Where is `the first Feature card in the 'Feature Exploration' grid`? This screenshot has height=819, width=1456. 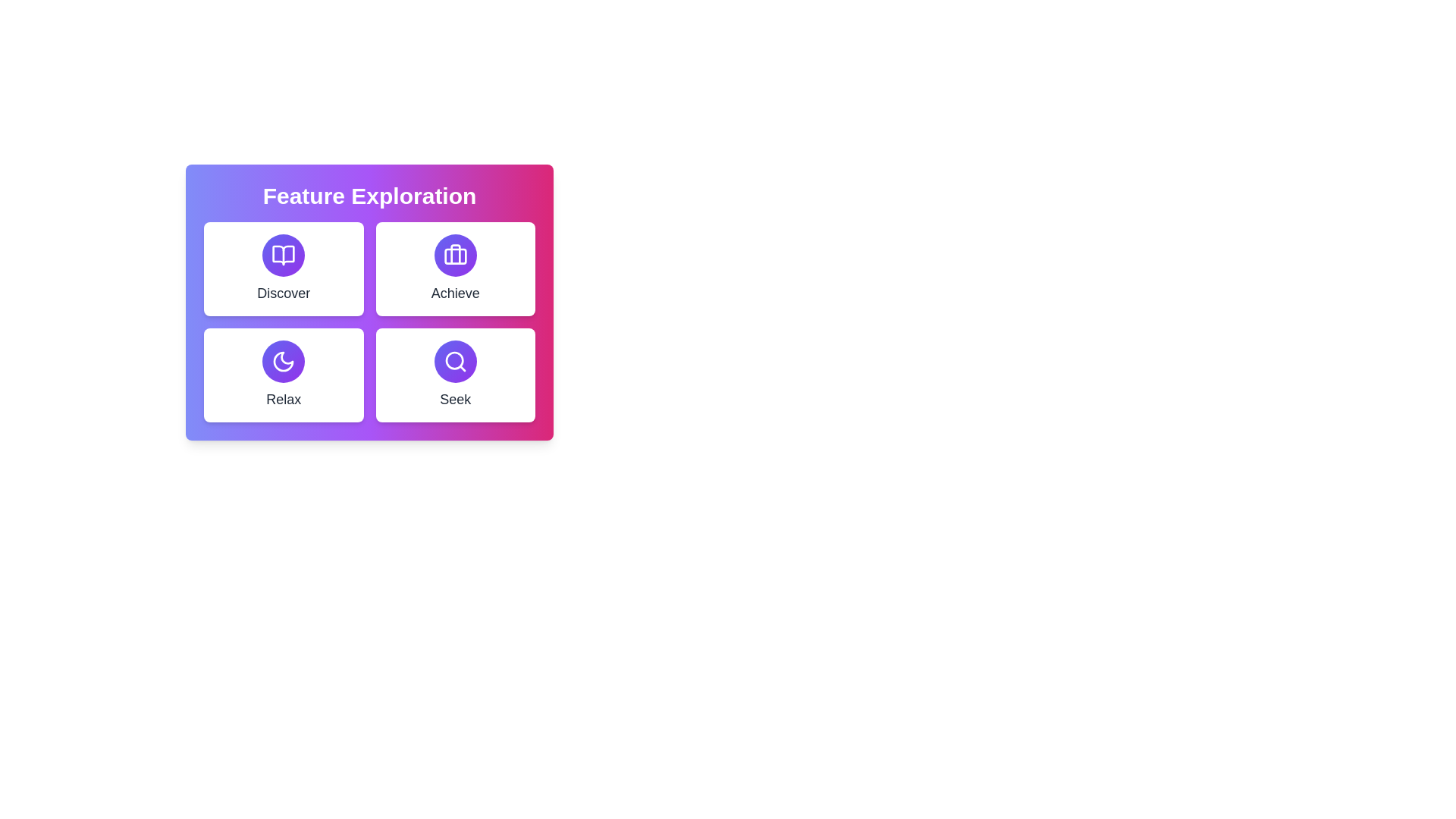
the first Feature card in the 'Feature Exploration' grid is located at coordinates (284, 268).